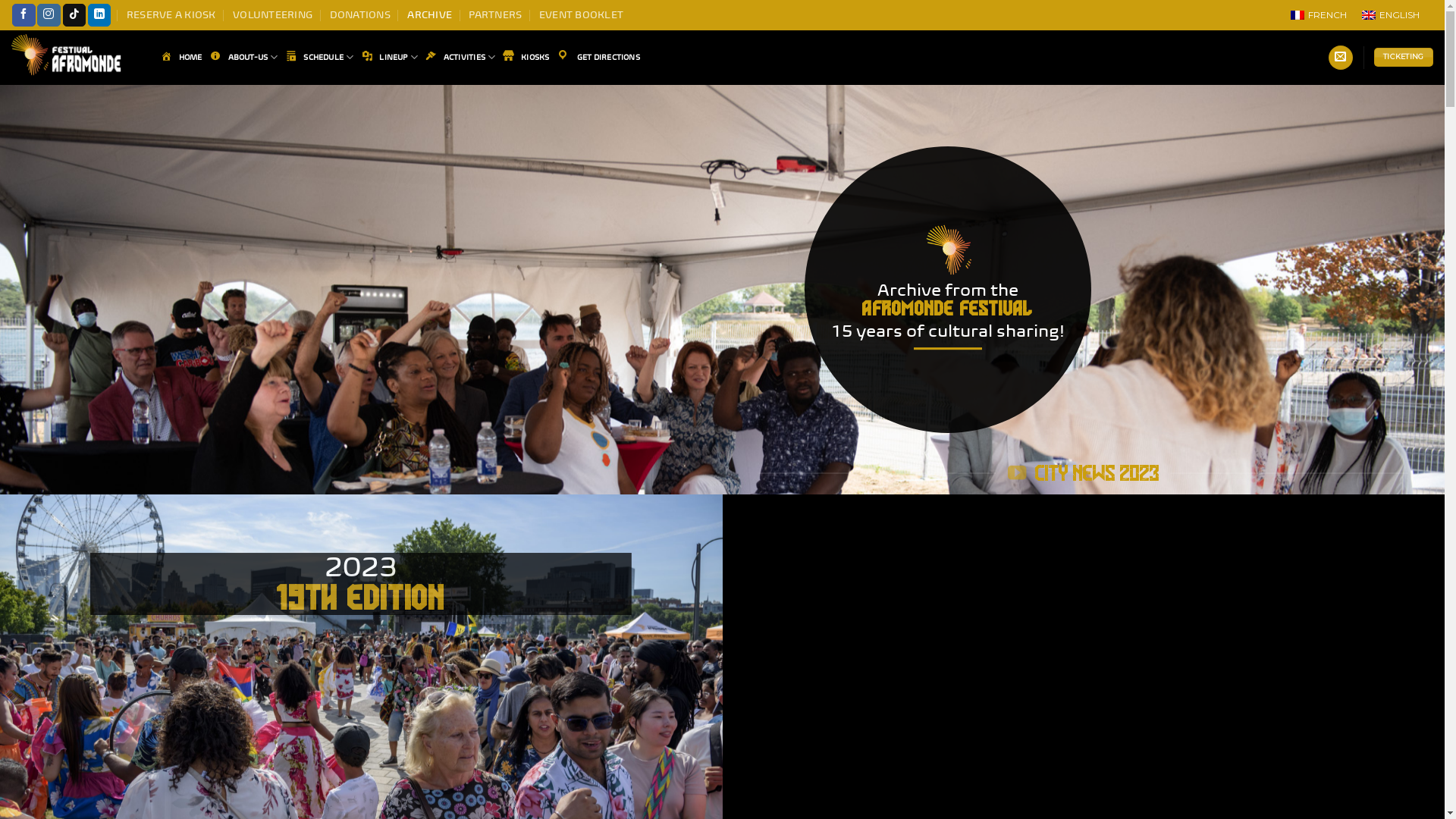  Describe the element at coordinates (1317, 14) in the screenshot. I see `'FRENCH'` at that location.